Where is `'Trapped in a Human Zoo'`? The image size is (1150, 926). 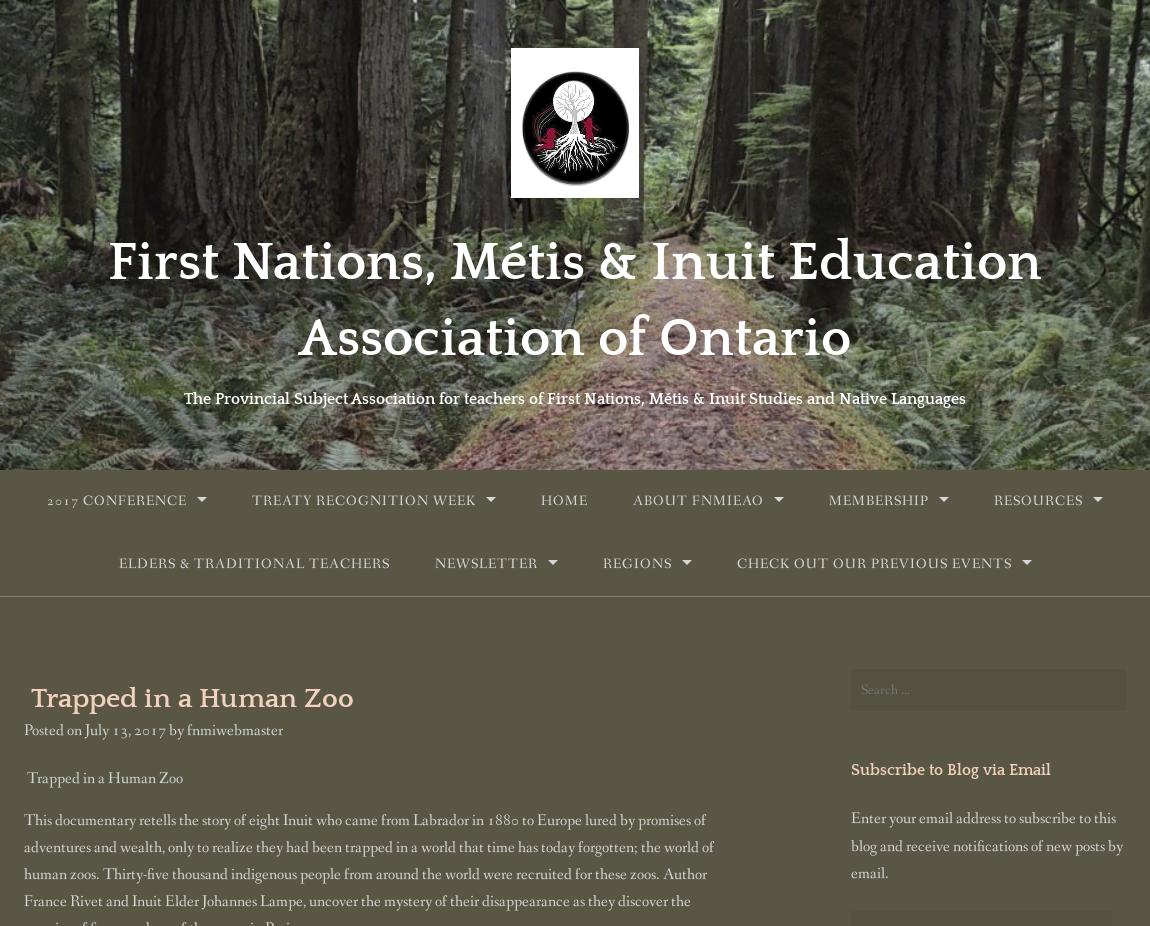
'Trapped in a Human Zoo' is located at coordinates (103, 777).